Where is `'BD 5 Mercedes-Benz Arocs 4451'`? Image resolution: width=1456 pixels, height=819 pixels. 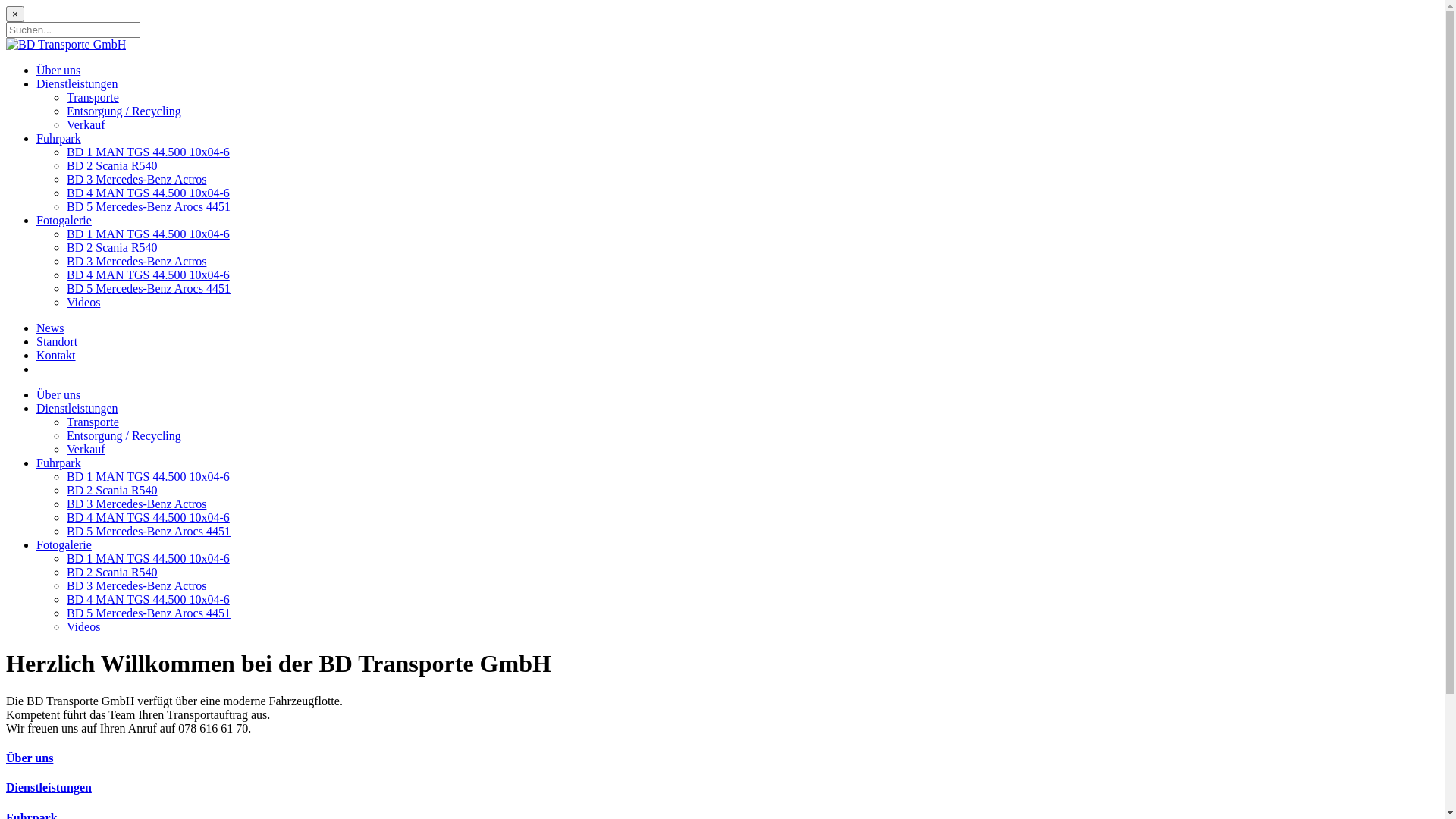 'BD 5 Mercedes-Benz Arocs 4451' is located at coordinates (149, 206).